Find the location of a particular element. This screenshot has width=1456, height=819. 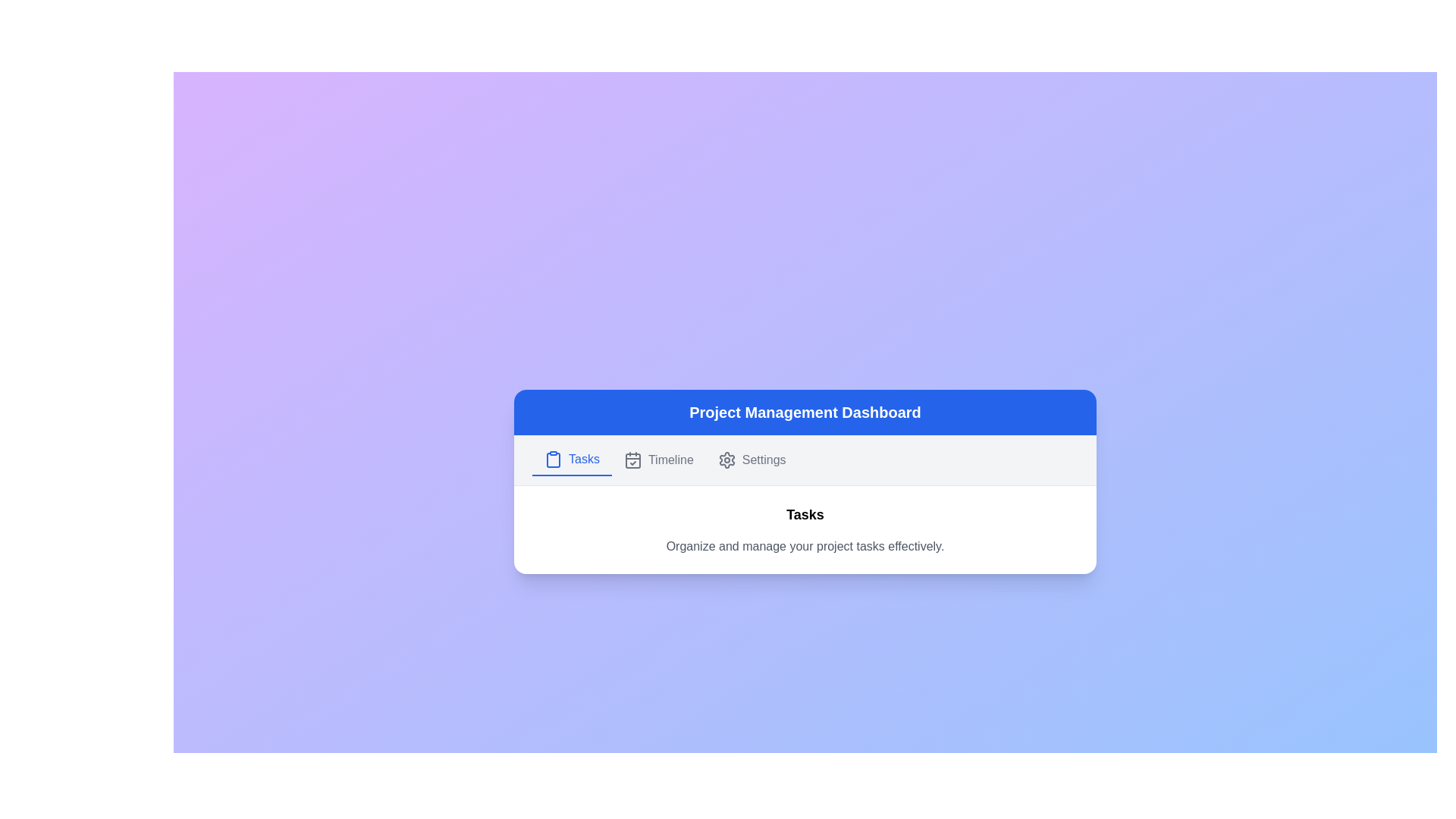

the Settings tab by clicking on its label is located at coordinates (751, 458).